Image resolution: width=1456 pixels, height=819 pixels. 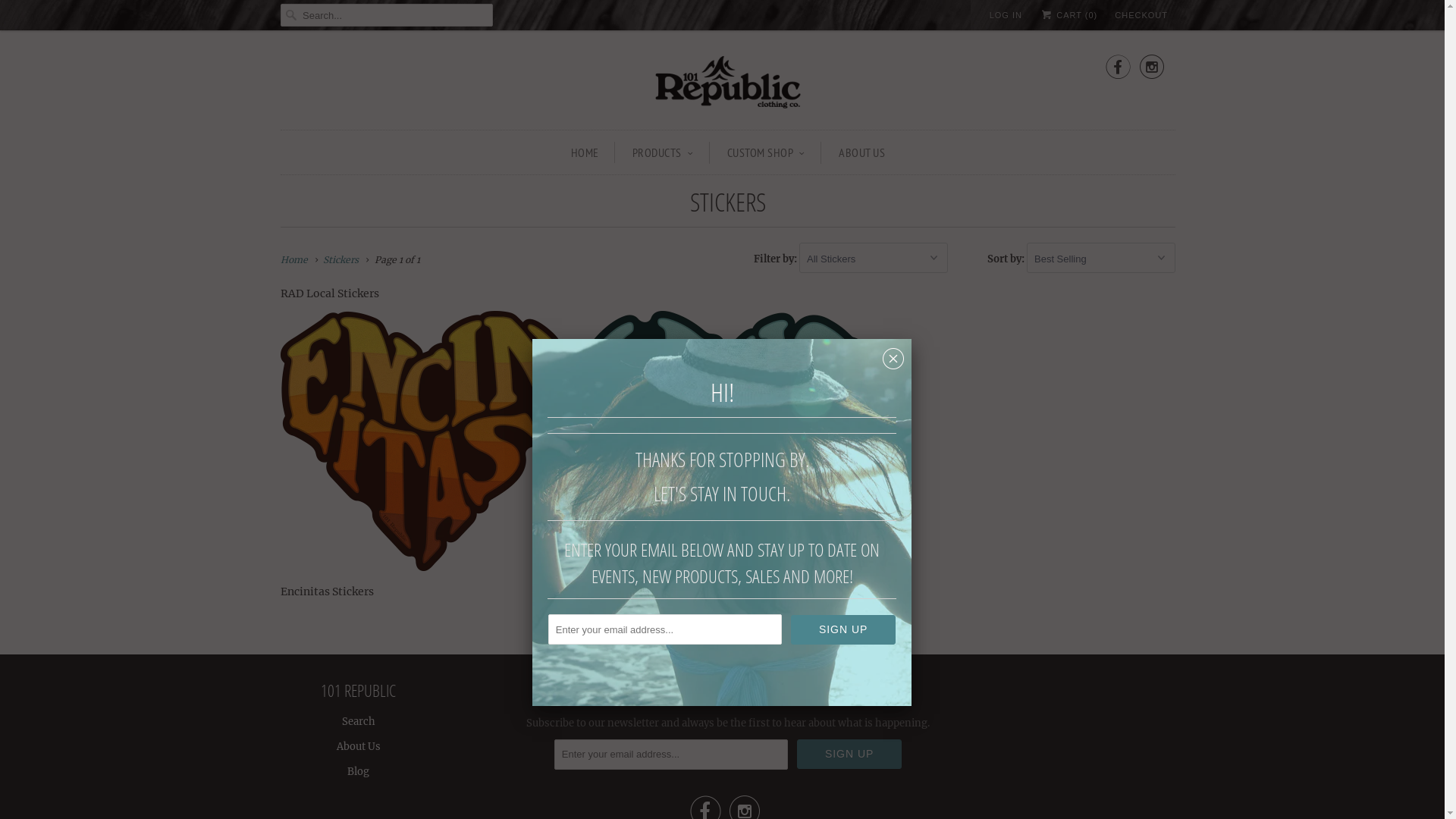 I want to click on '101 Republic', so click(x=651, y=83).